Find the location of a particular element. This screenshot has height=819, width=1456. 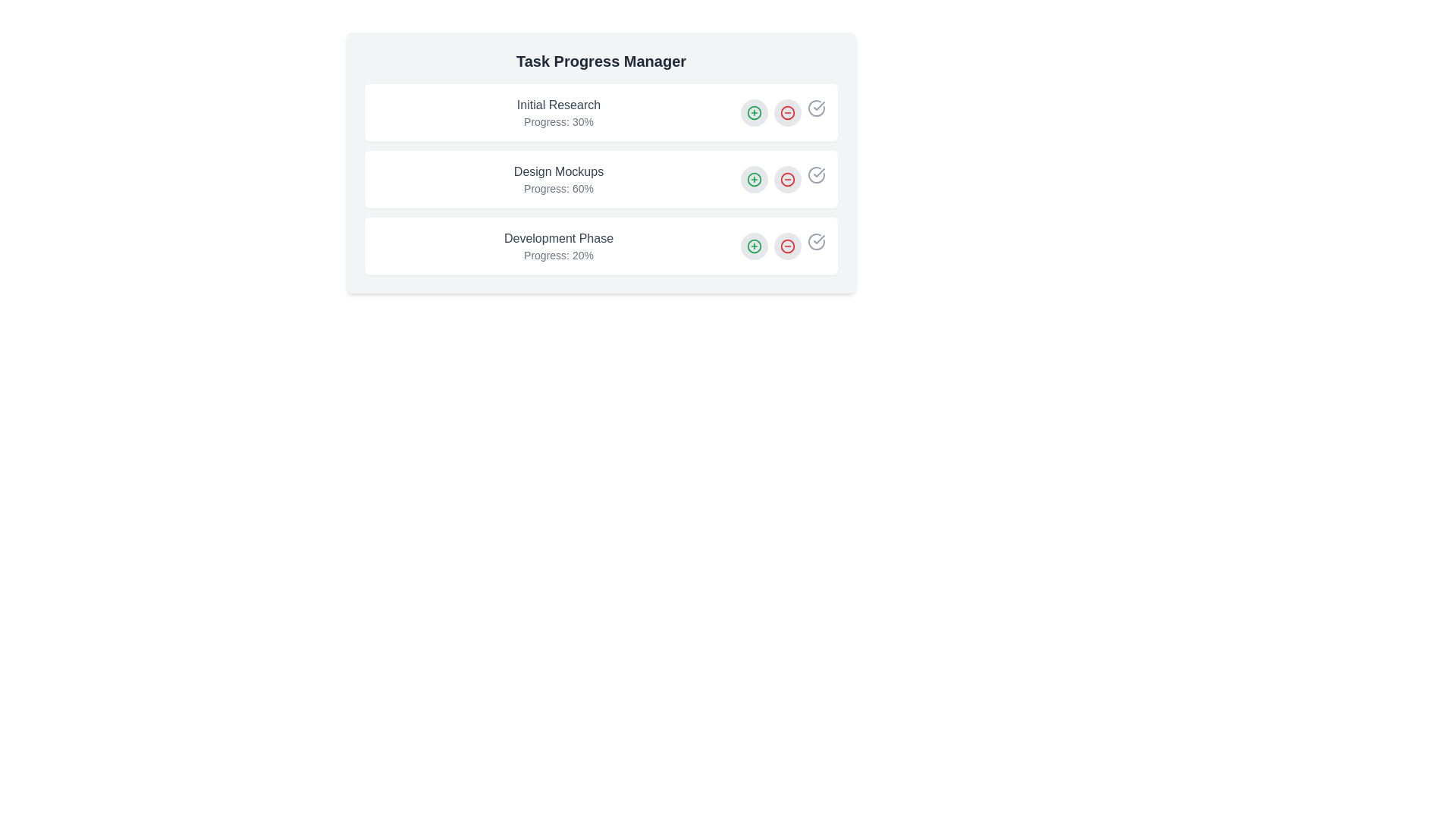

the static text label indicating 'Development Phase', which is the third task entry from the top of the list is located at coordinates (558, 239).